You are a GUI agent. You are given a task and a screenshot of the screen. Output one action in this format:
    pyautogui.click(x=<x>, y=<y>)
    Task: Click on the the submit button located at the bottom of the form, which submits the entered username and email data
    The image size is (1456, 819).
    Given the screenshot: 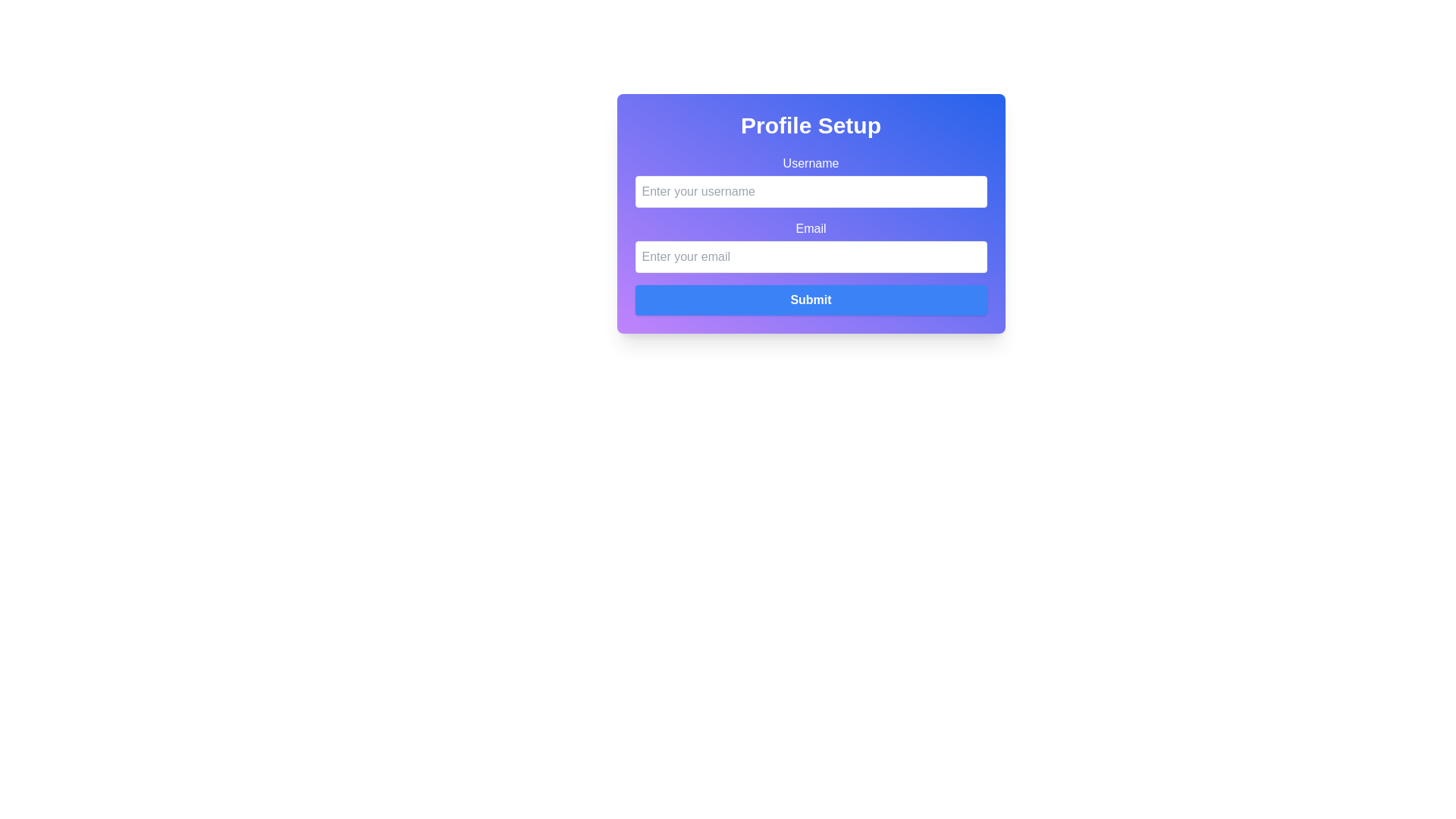 What is the action you would take?
    pyautogui.click(x=810, y=300)
    